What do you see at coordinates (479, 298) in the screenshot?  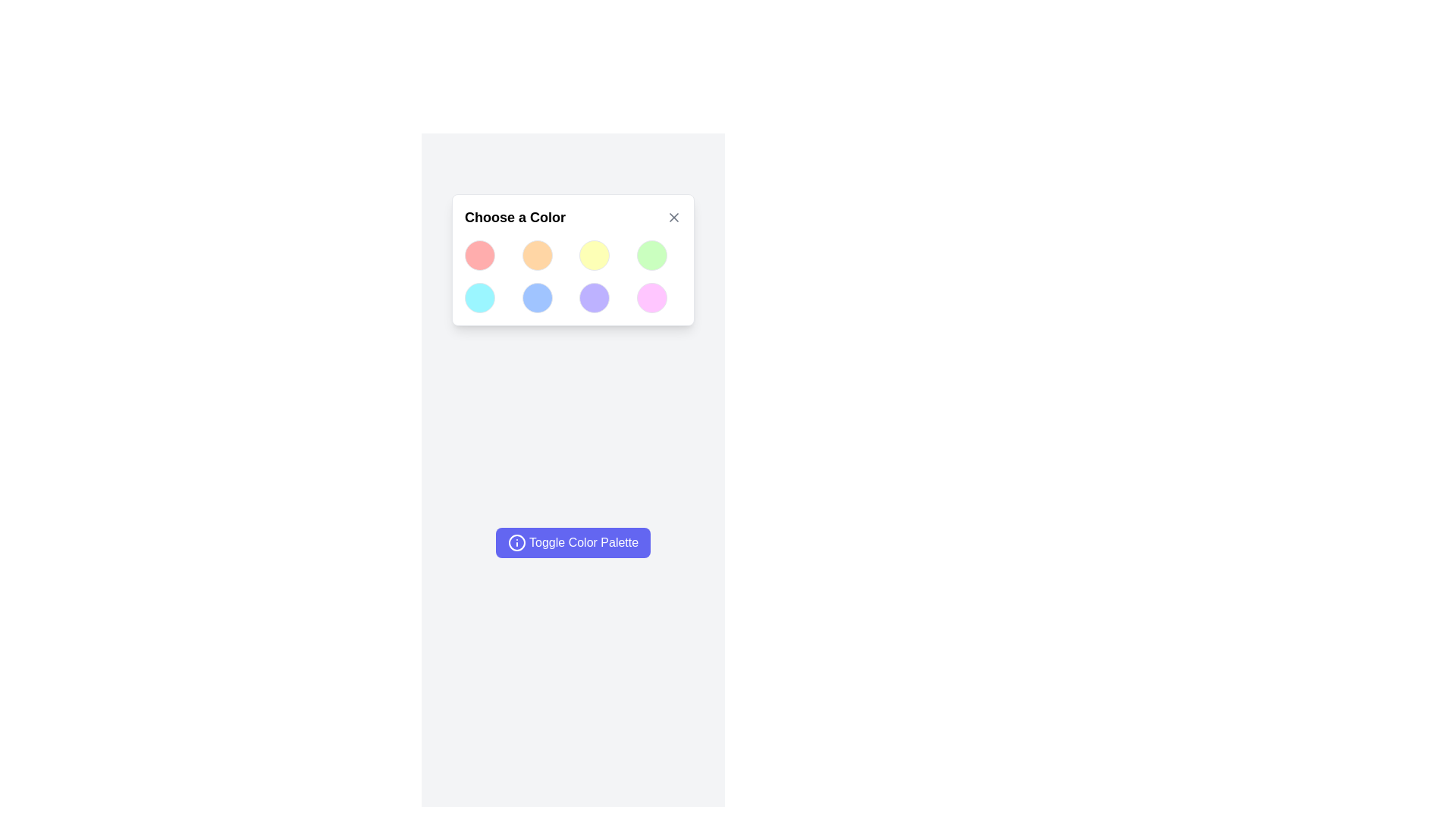 I see `the small circular color selection button with a light blue background` at bounding box center [479, 298].